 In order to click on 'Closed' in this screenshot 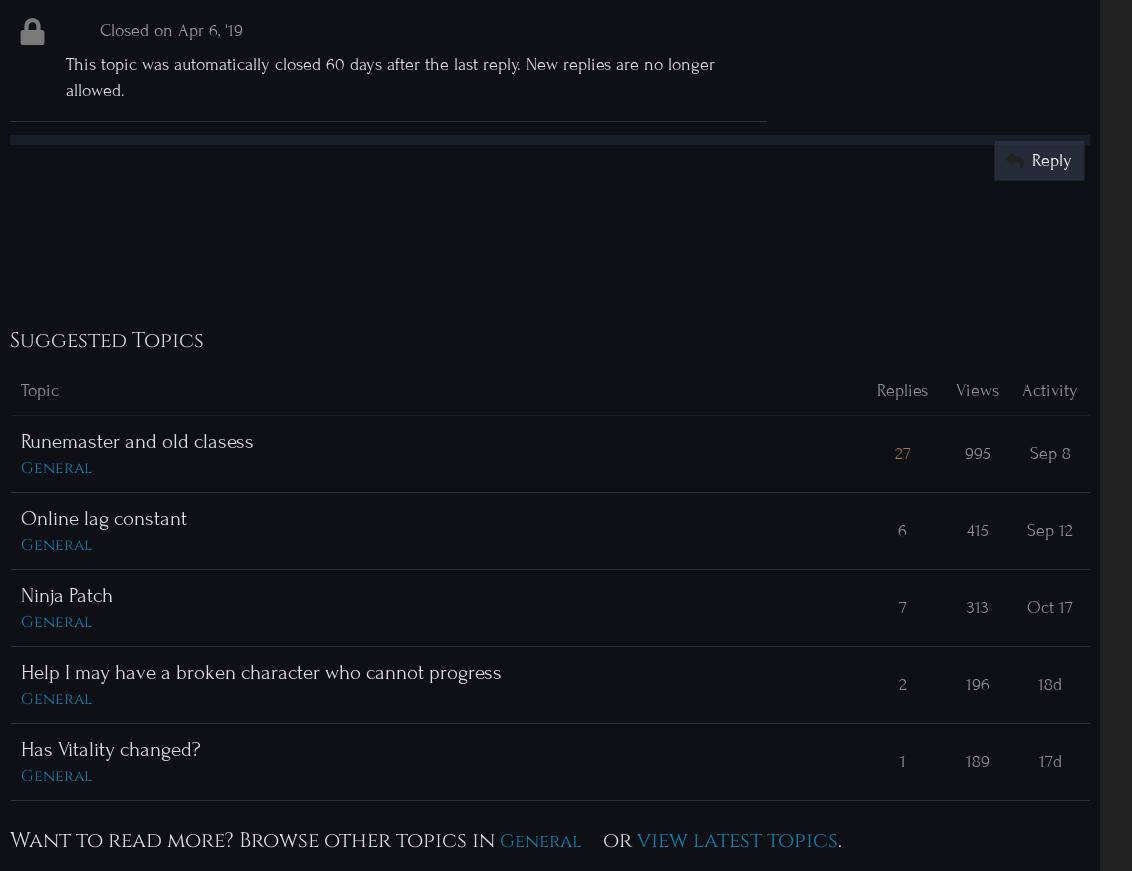, I will do `click(126, 29)`.